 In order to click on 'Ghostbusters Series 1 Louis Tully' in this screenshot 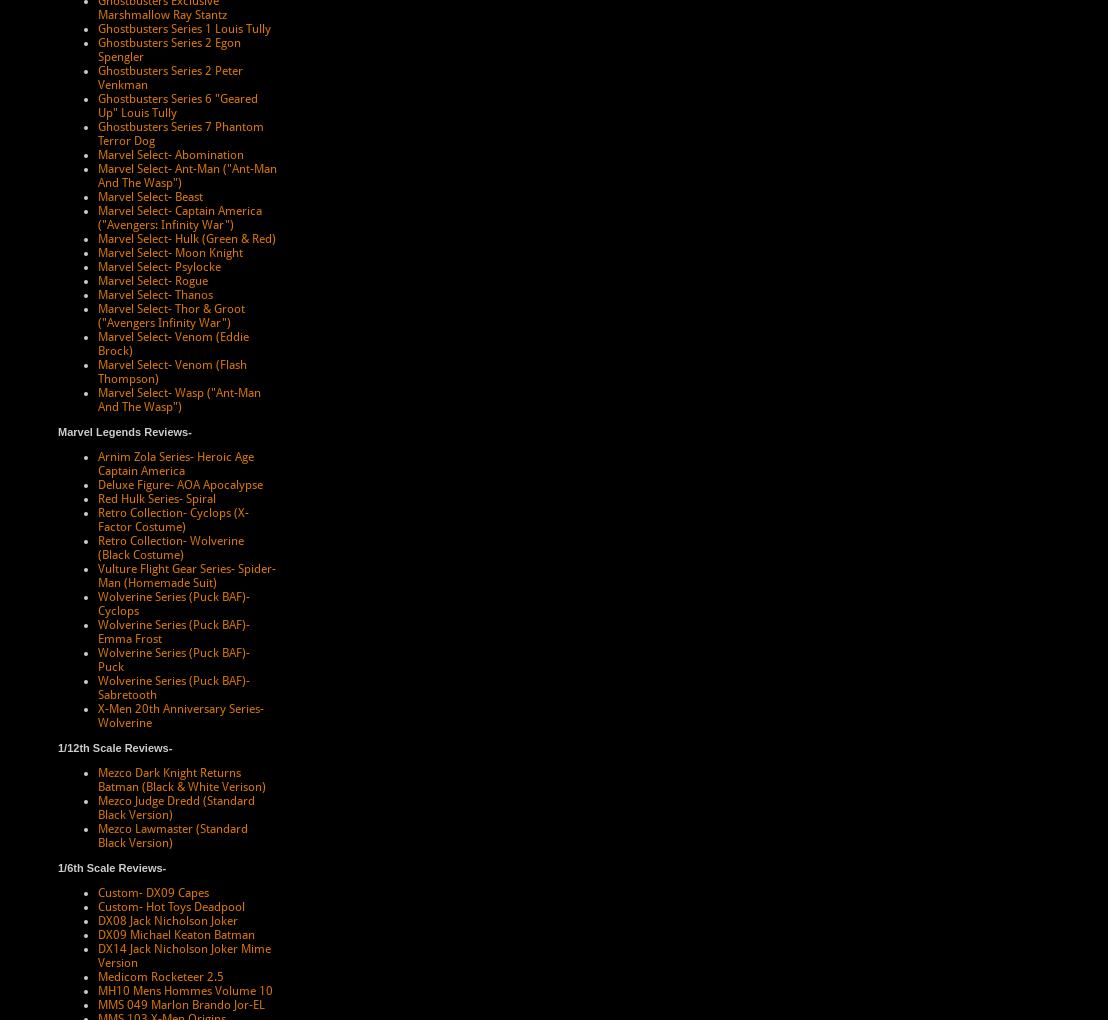, I will do `click(183, 27)`.